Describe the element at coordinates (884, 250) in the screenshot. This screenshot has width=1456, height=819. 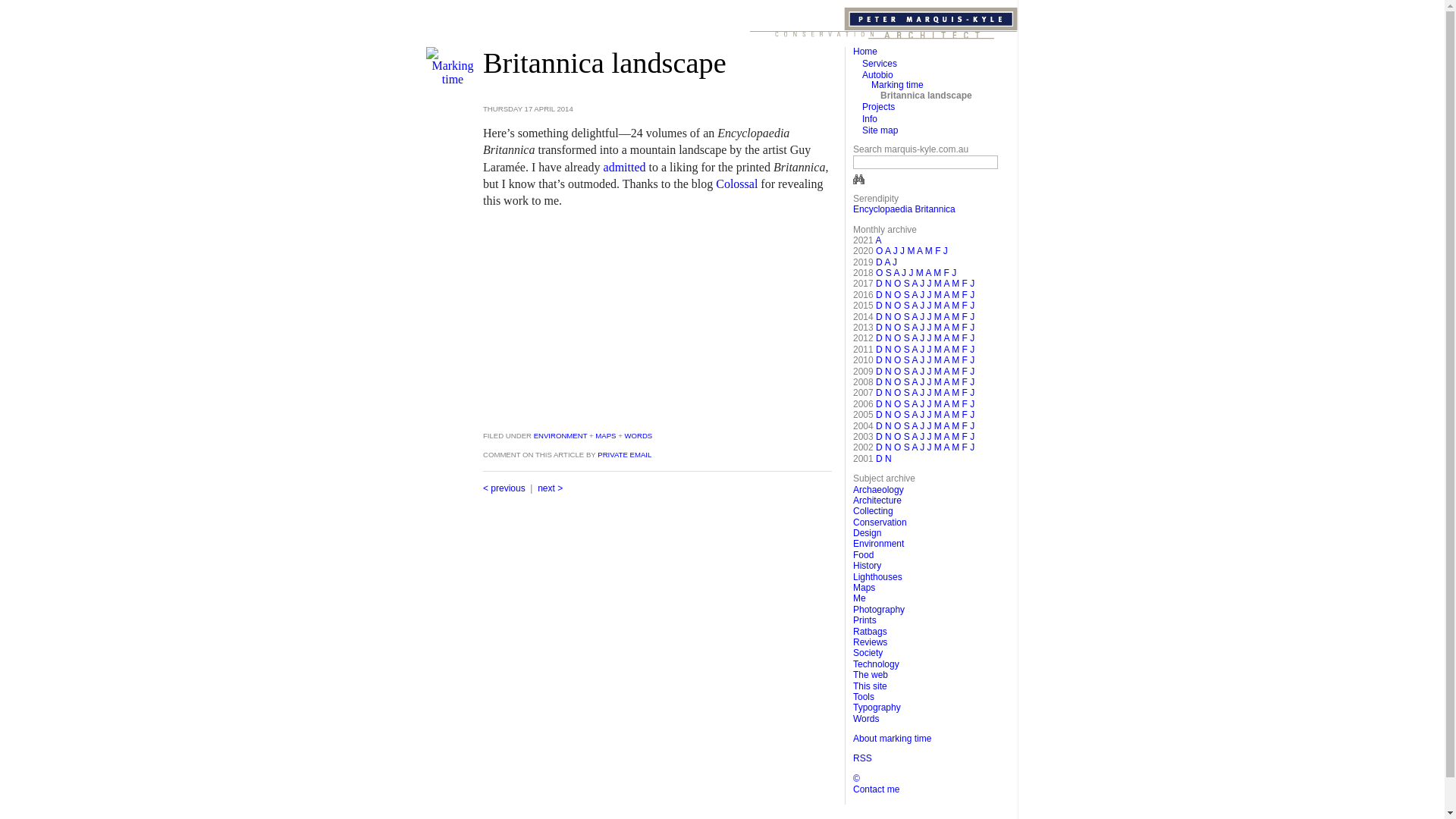
I see `'A'` at that location.